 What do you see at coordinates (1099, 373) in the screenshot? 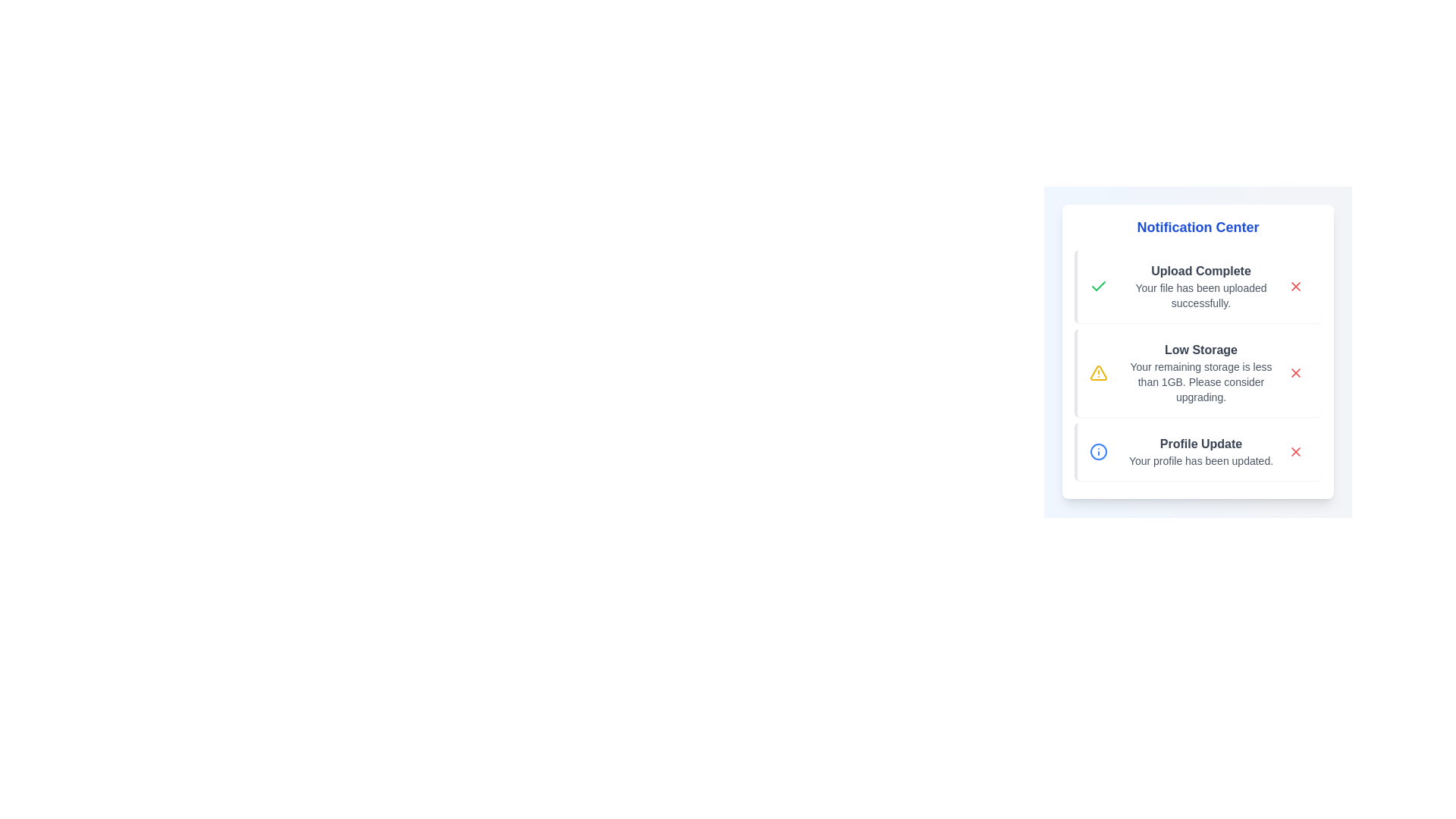
I see `the triangular caution icon with a yellow border and a red exclamation point, located at the upper-left corner of the 'Low Storage' notification block` at bounding box center [1099, 373].